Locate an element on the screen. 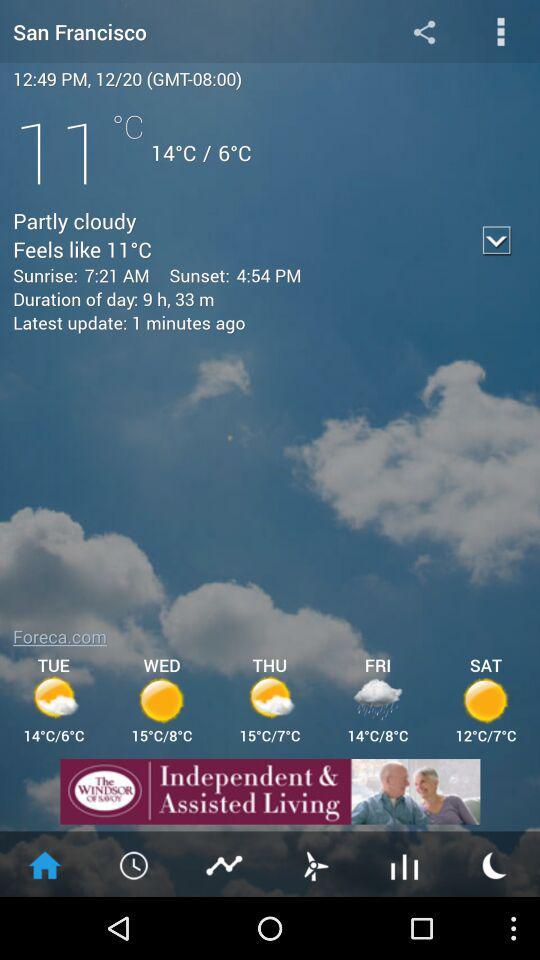  the chart is located at coordinates (224, 863).